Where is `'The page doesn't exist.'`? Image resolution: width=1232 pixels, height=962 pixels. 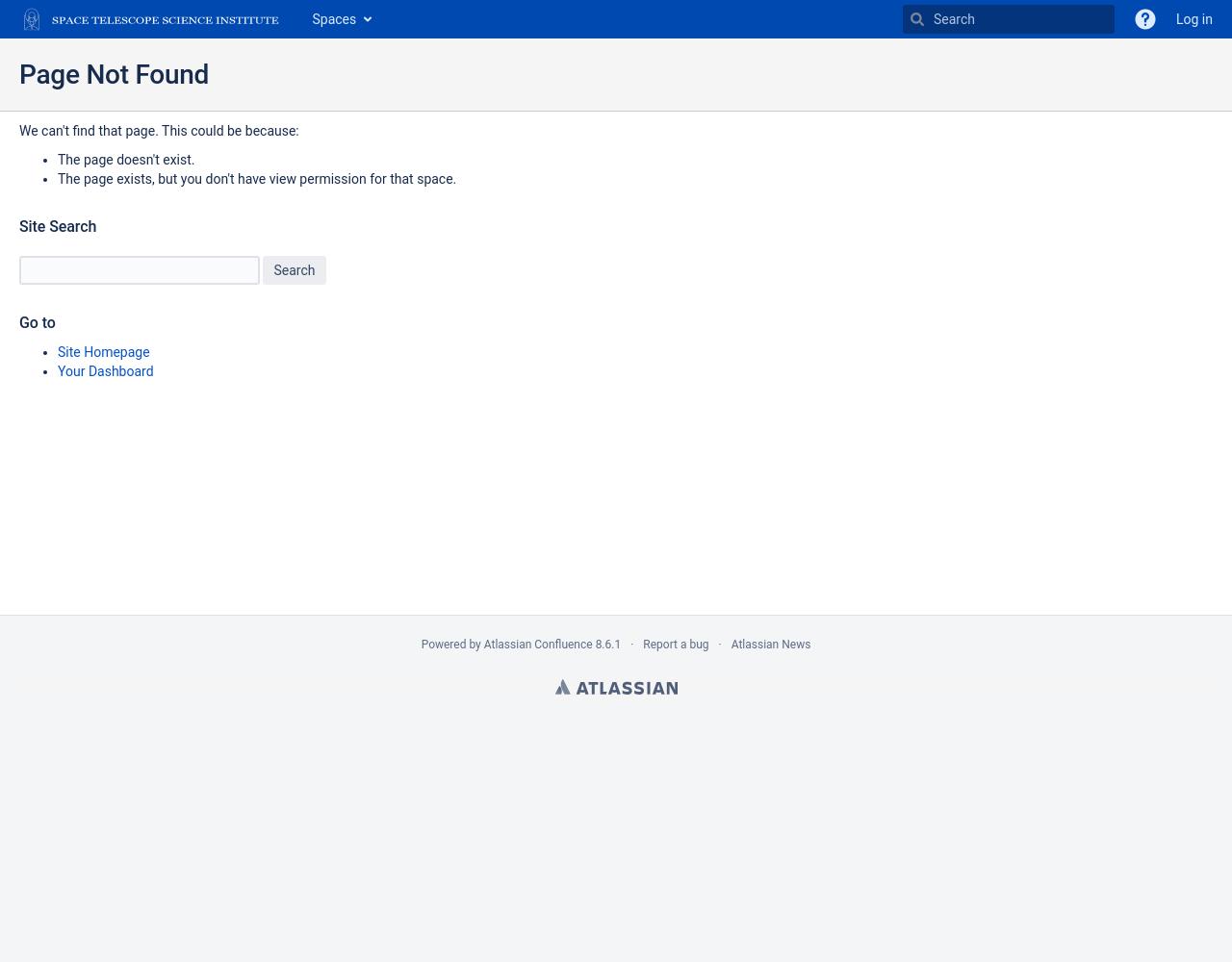
'The page doesn't exist.' is located at coordinates (124, 160).